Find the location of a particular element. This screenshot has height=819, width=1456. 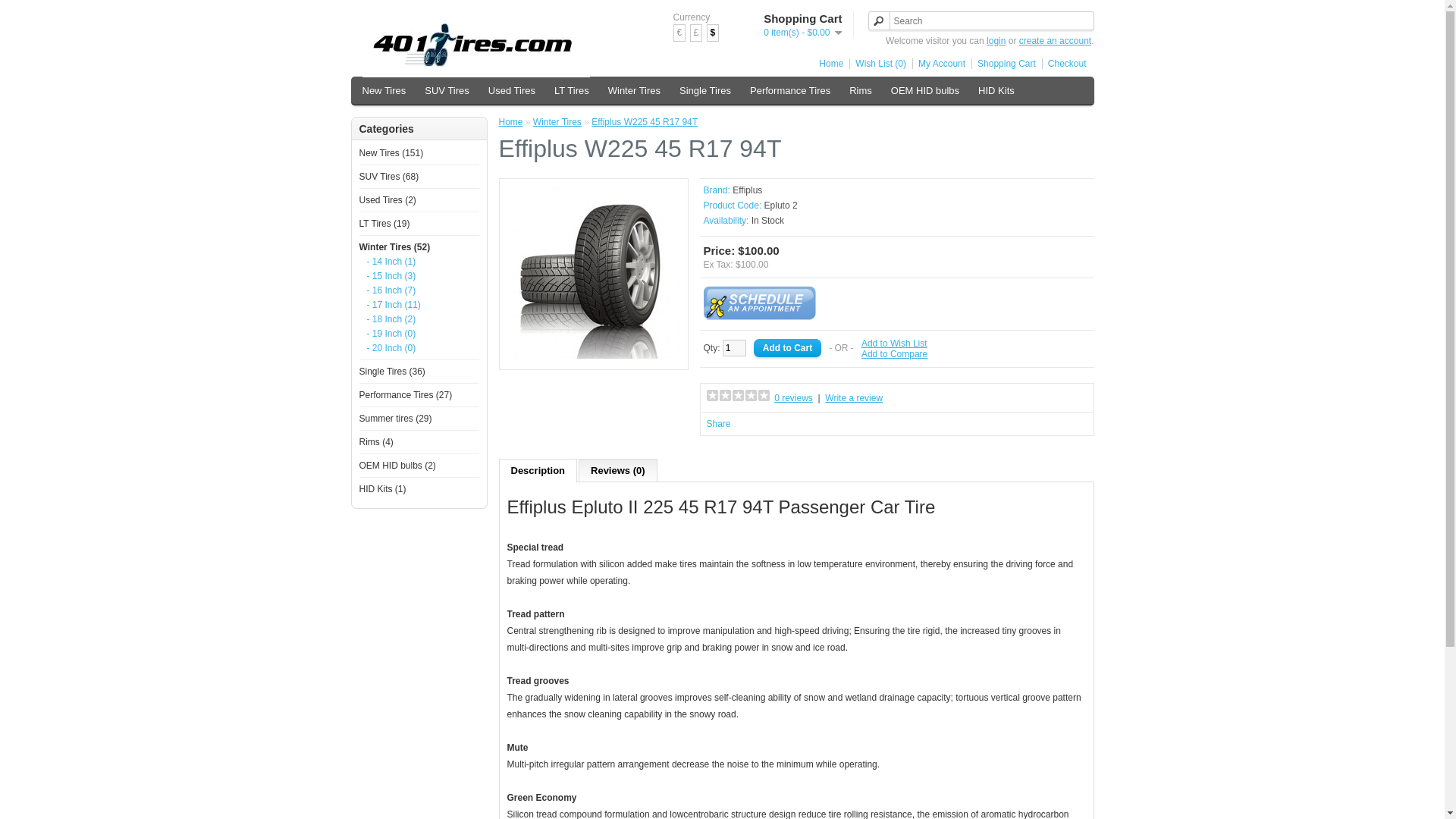

'Winter Tires' is located at coordinates (532, 121).